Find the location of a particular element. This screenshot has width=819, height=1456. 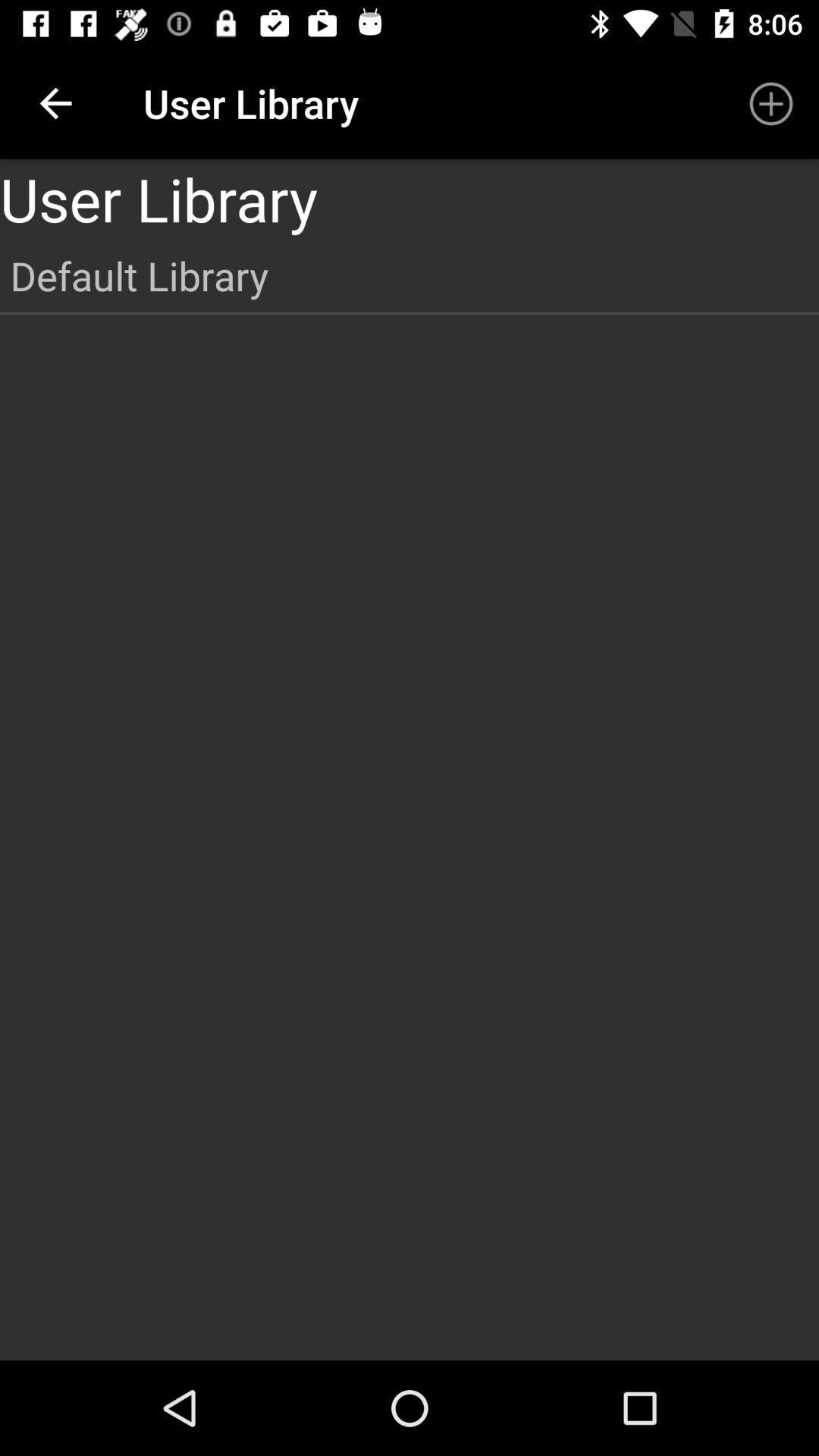

default library icon is located at coordinates (409, 275).